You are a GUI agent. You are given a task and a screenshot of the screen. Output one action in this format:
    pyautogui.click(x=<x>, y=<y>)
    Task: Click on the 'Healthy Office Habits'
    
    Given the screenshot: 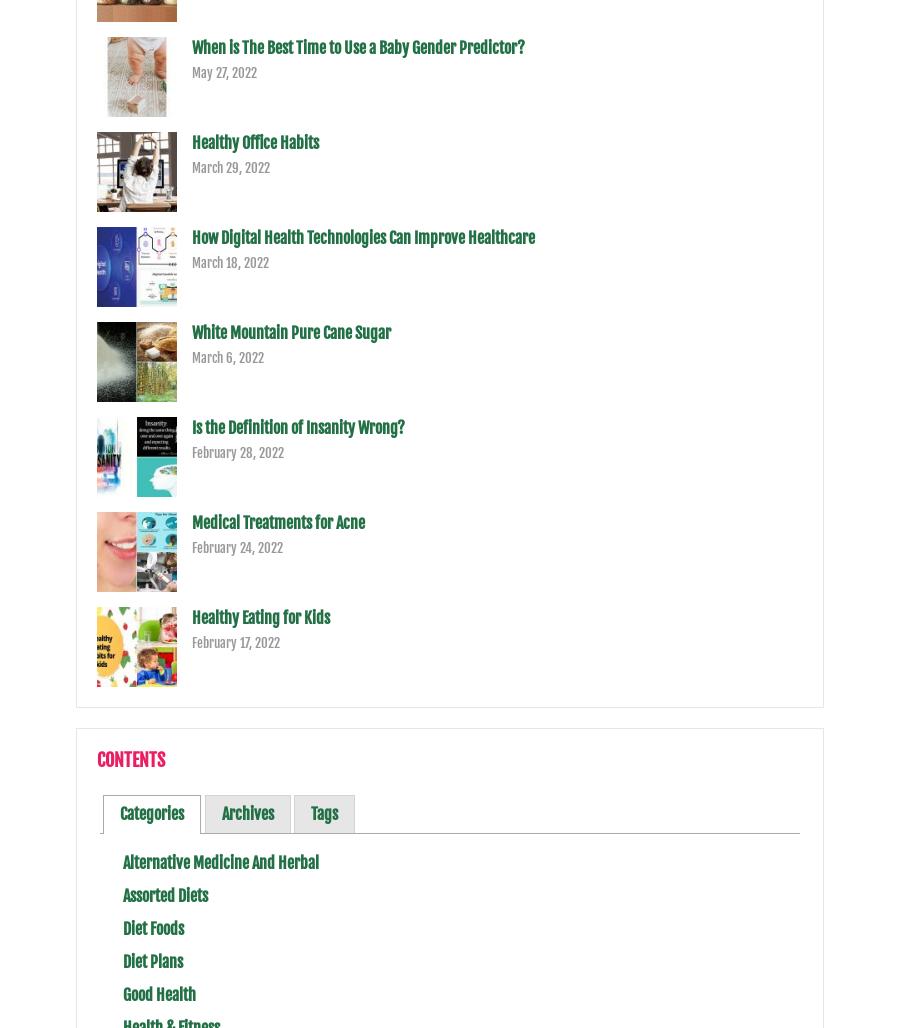 What is the action you would take?
    pyautogui.click(x=254, y=142)
    